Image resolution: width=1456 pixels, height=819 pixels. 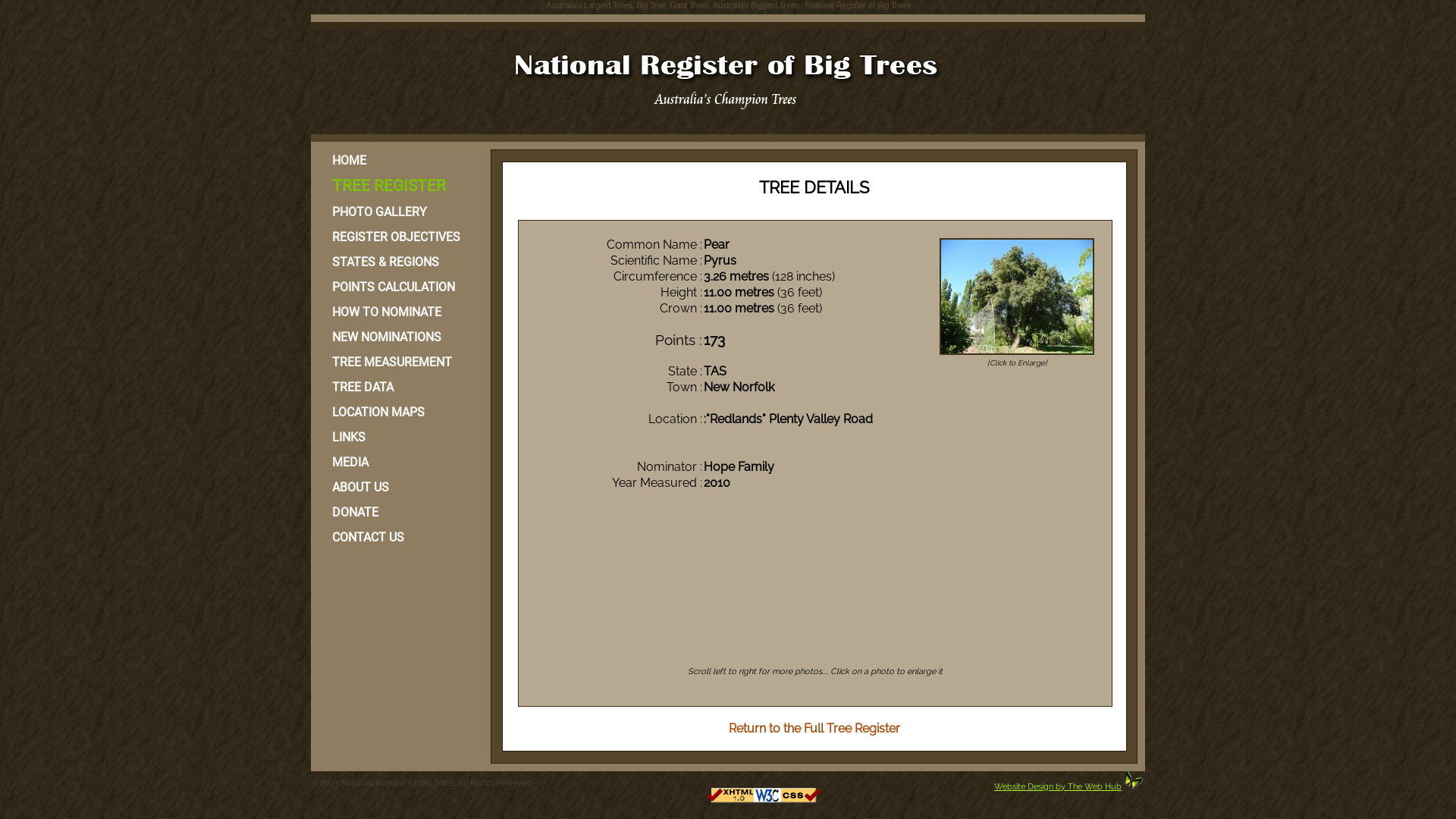 I want to click on 'REGISTER OBJECTIVES', so click(x=399, y=237).